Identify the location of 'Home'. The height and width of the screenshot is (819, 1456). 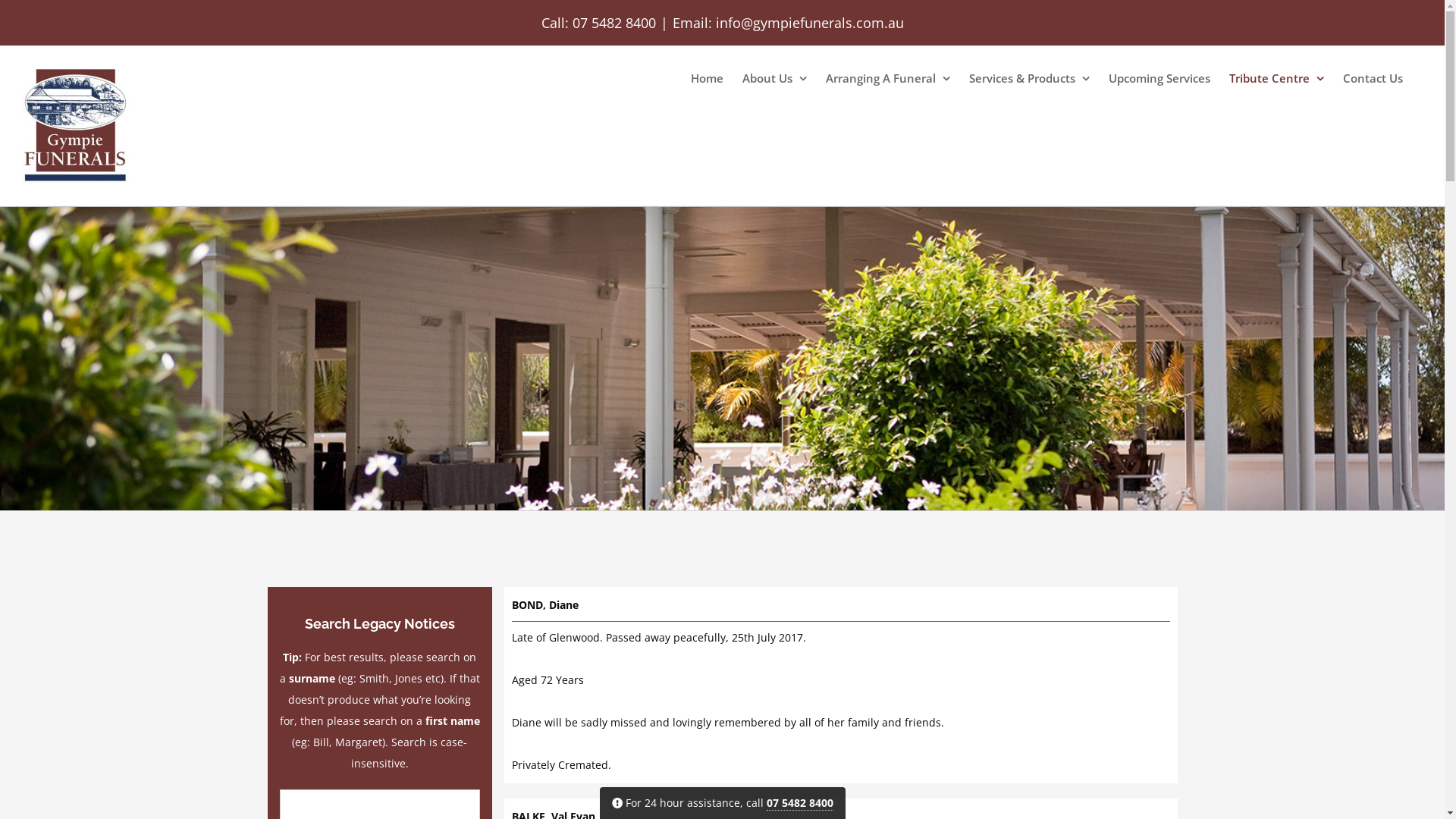
(706, 78).